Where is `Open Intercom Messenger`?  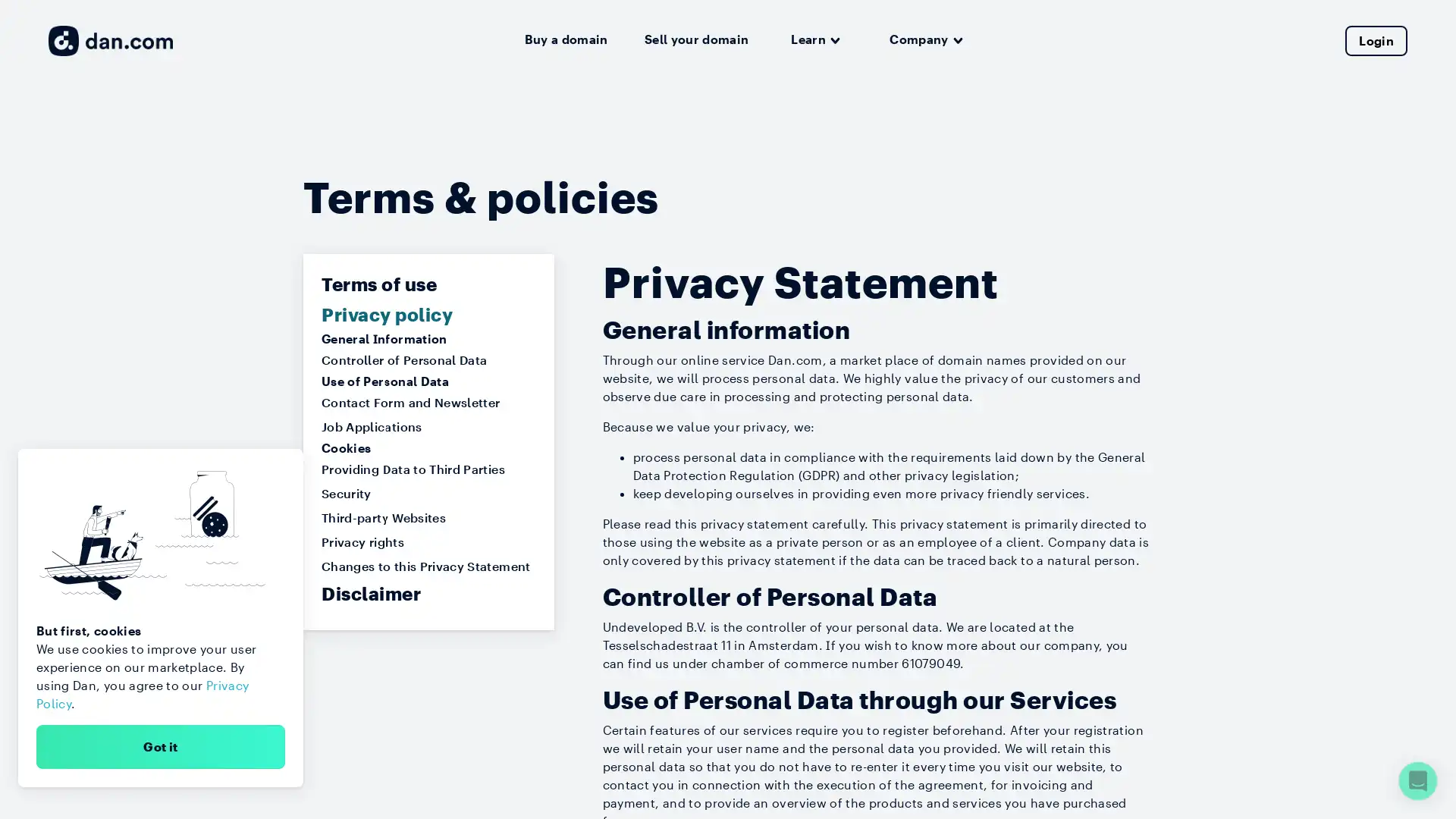
Open Intercom Messenger is located at coordinates (1417, 780).